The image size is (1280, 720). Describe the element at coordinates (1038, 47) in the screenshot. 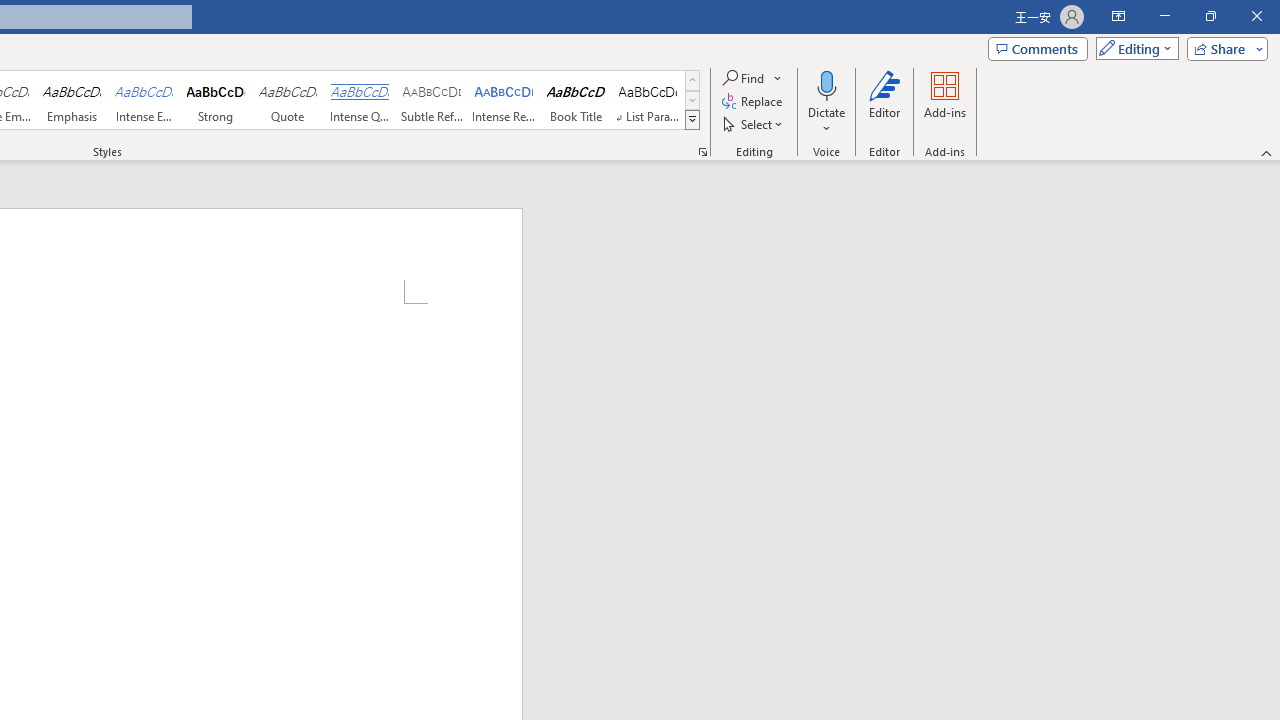

I see `'Comments'` at that location.